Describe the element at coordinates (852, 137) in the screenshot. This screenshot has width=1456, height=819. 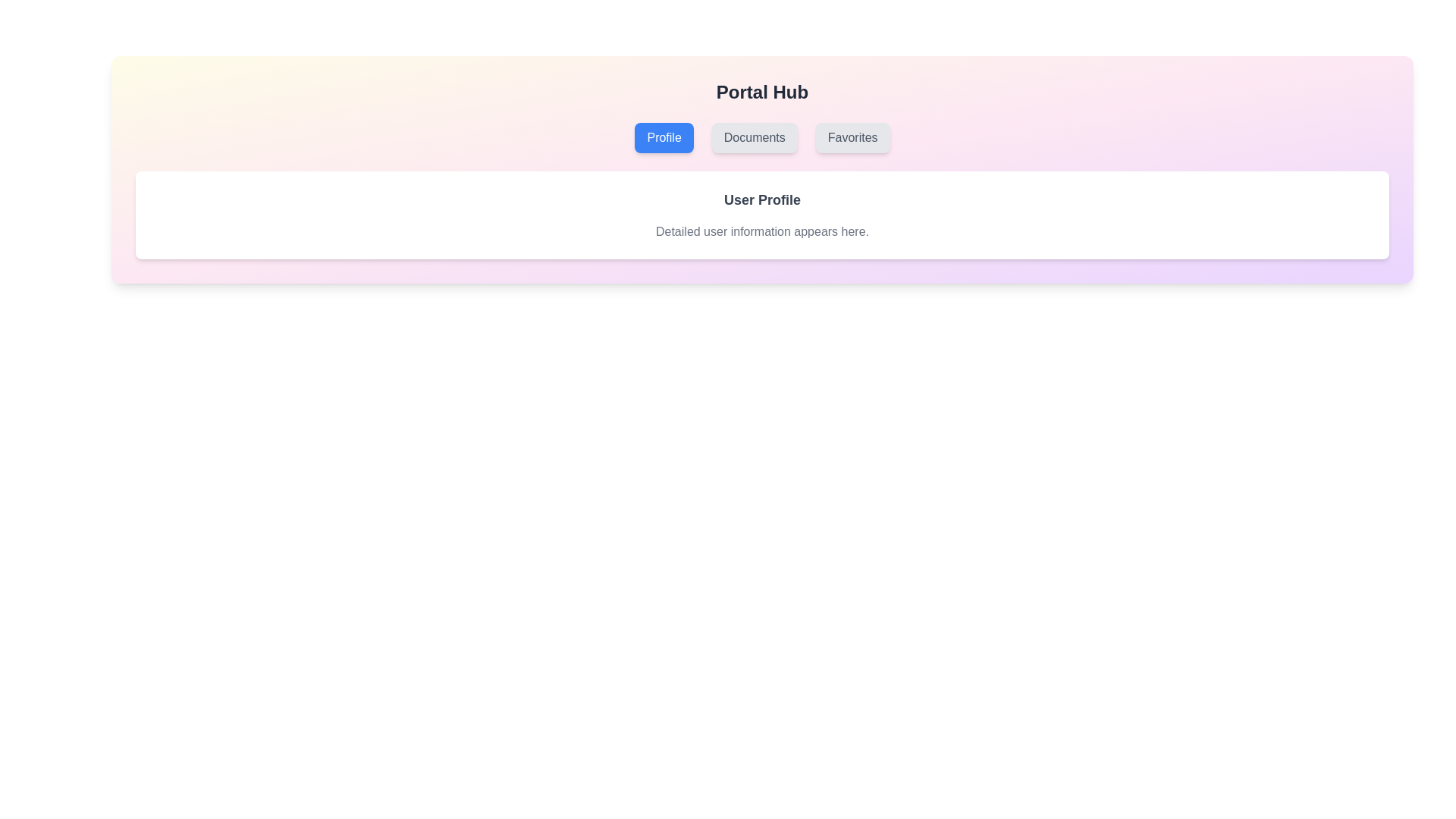
I see `the 'Favorites' button, which is the third button in a row of three buttons located below the 'Portal Hub' heading` at that location.